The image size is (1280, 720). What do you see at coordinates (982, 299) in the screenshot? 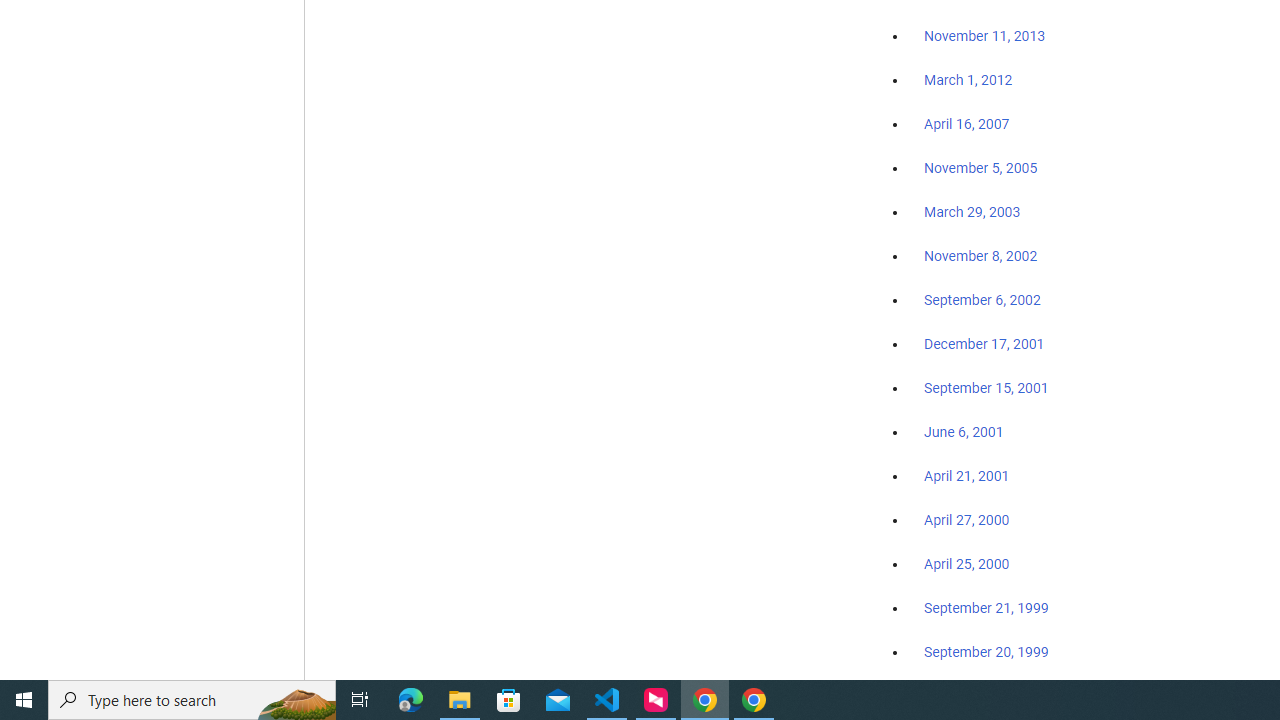
I see `'September 6, 2002'` at bounding box center [982, 299].